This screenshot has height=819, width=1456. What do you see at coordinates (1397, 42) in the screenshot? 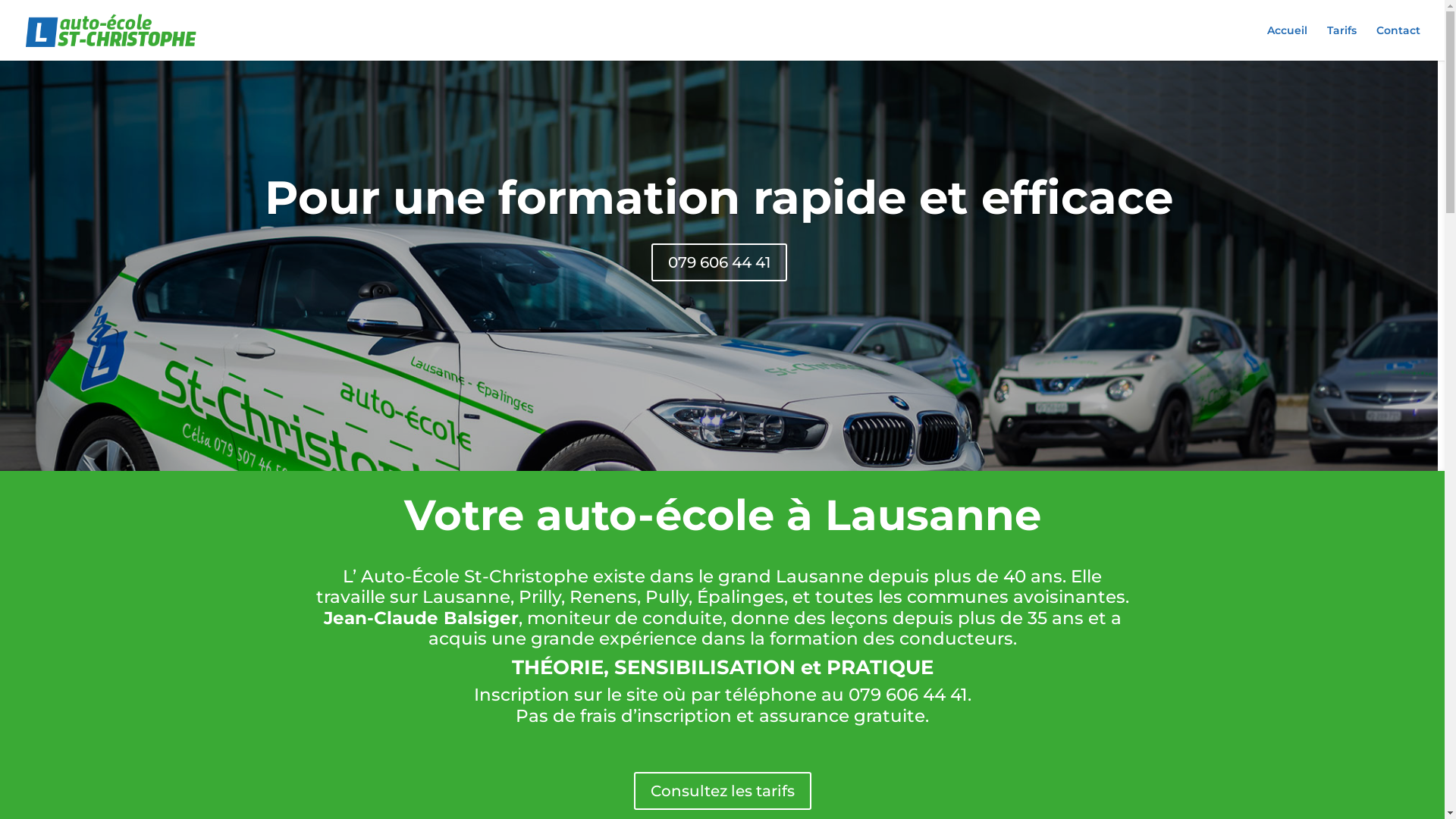
I see `'Contact'` at bounding box center [1397, 42].